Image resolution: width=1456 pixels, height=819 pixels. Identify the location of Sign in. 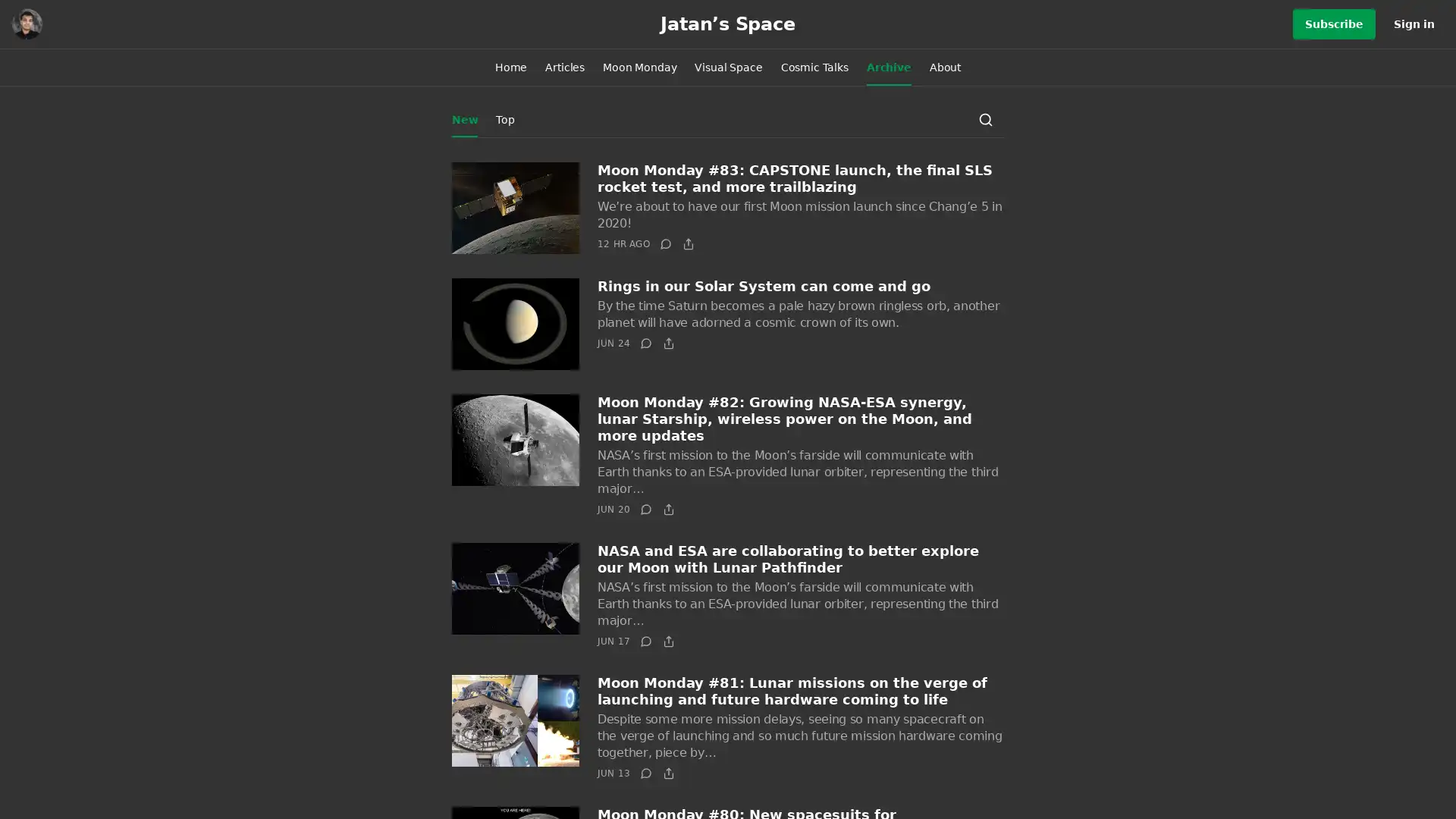
(1414, 24).